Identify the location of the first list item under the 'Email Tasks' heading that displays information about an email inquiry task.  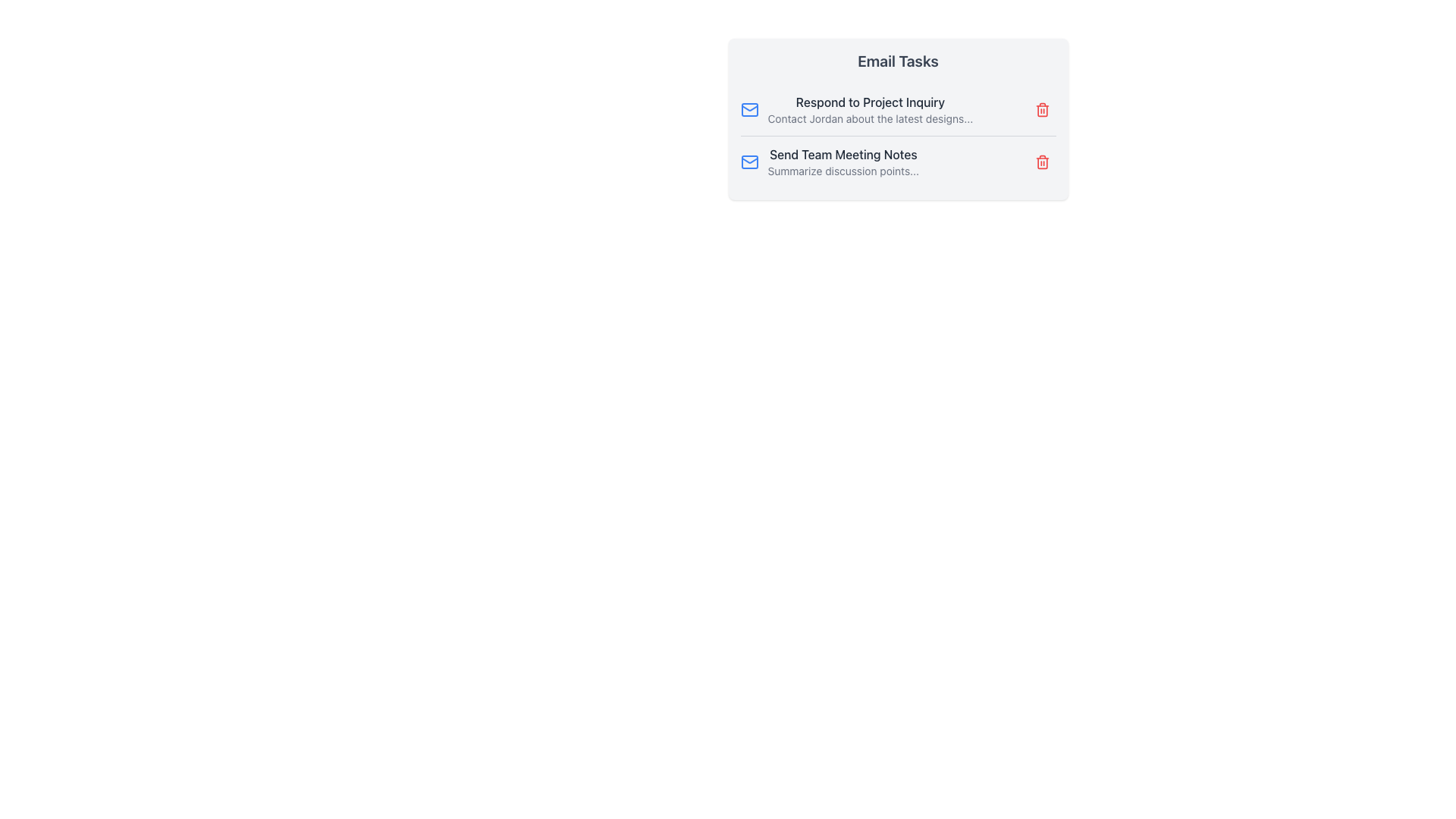
(856, 109).